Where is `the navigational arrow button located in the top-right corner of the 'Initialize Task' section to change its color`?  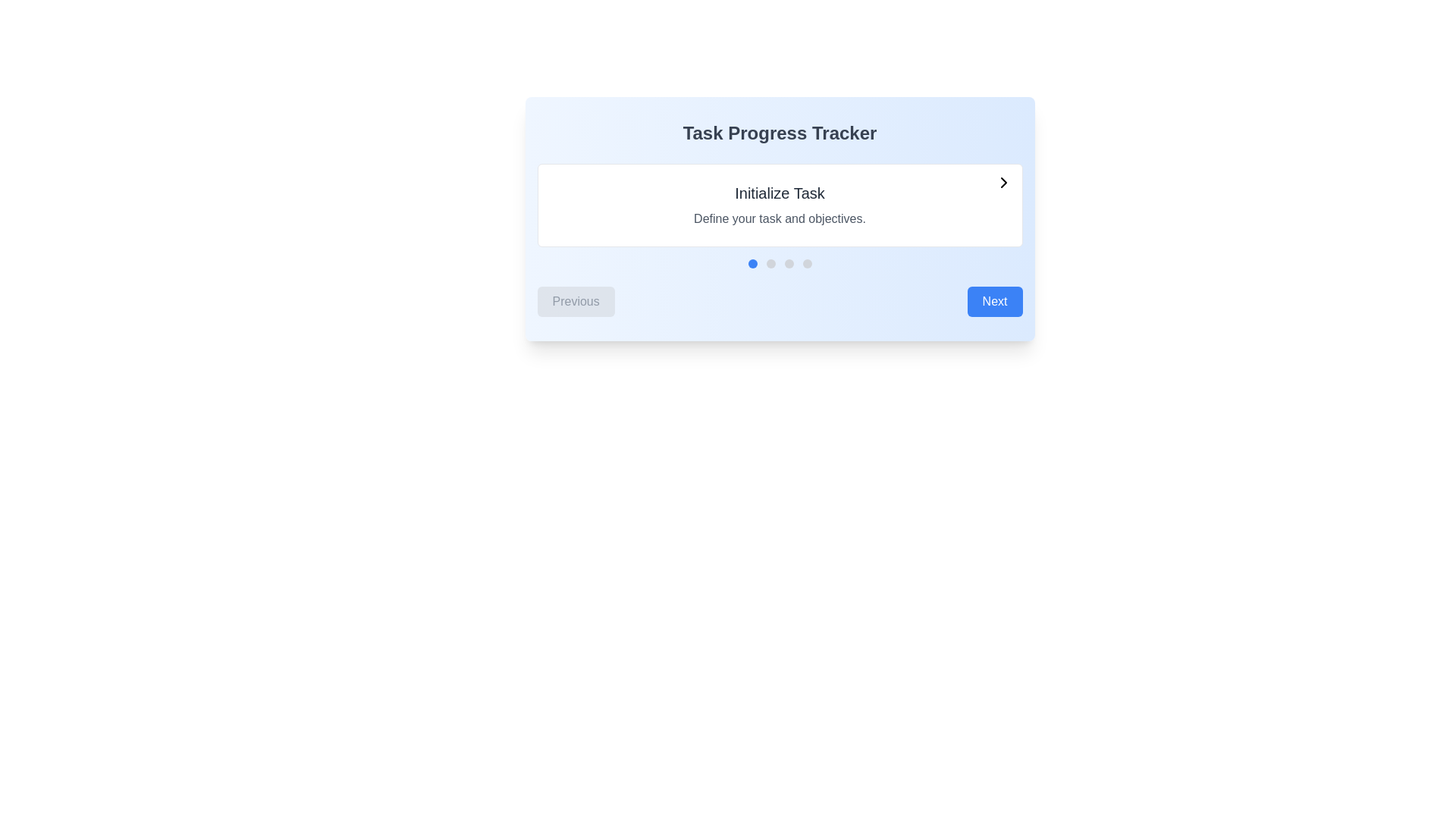
the navigational arrow button located in the top-right corner of the 'Initialize Task' section to change its color is located at coordinates (1003, 181).